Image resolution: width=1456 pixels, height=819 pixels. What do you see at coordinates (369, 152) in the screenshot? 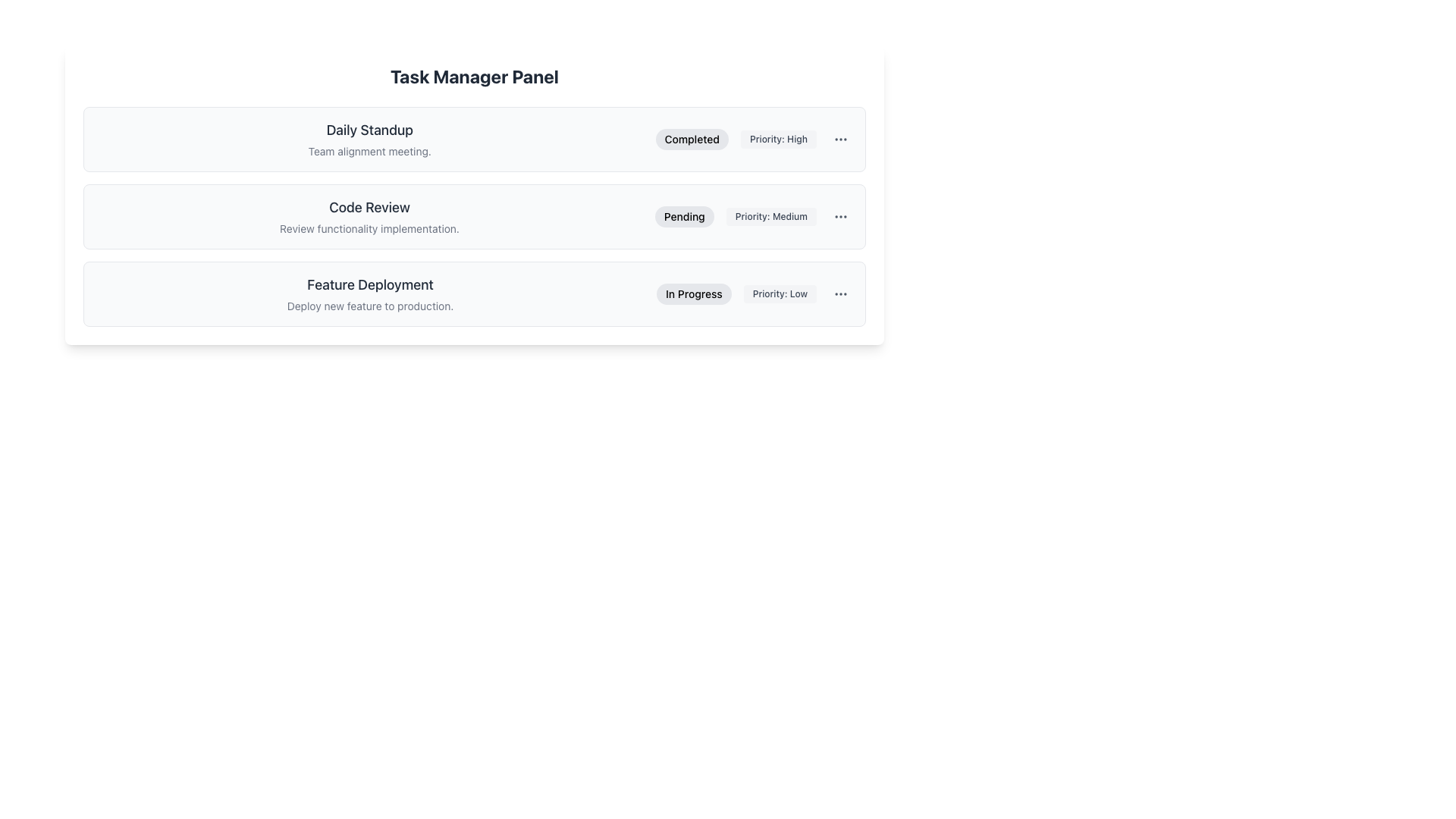
I see `text label providing additional context about the 'Daily Standup' task, located directly under the 'Daily Standup' heading in the first task card` at bounding box center [369, 152].